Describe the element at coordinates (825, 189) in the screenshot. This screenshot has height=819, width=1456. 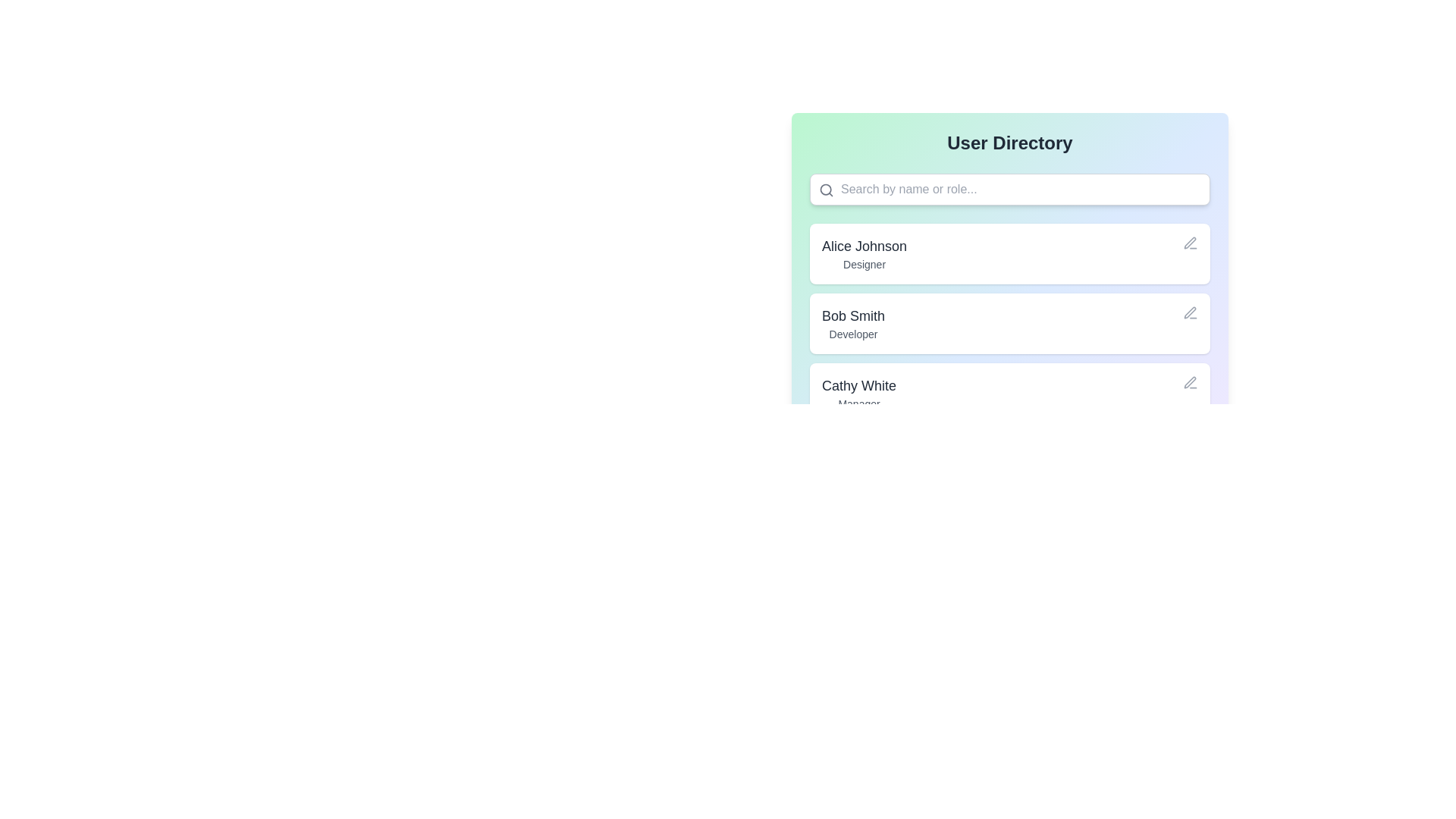
I see `the decorative SVG component of the magnifying glass icon located on the left side of the search bar in the User Directory header area` at that location.